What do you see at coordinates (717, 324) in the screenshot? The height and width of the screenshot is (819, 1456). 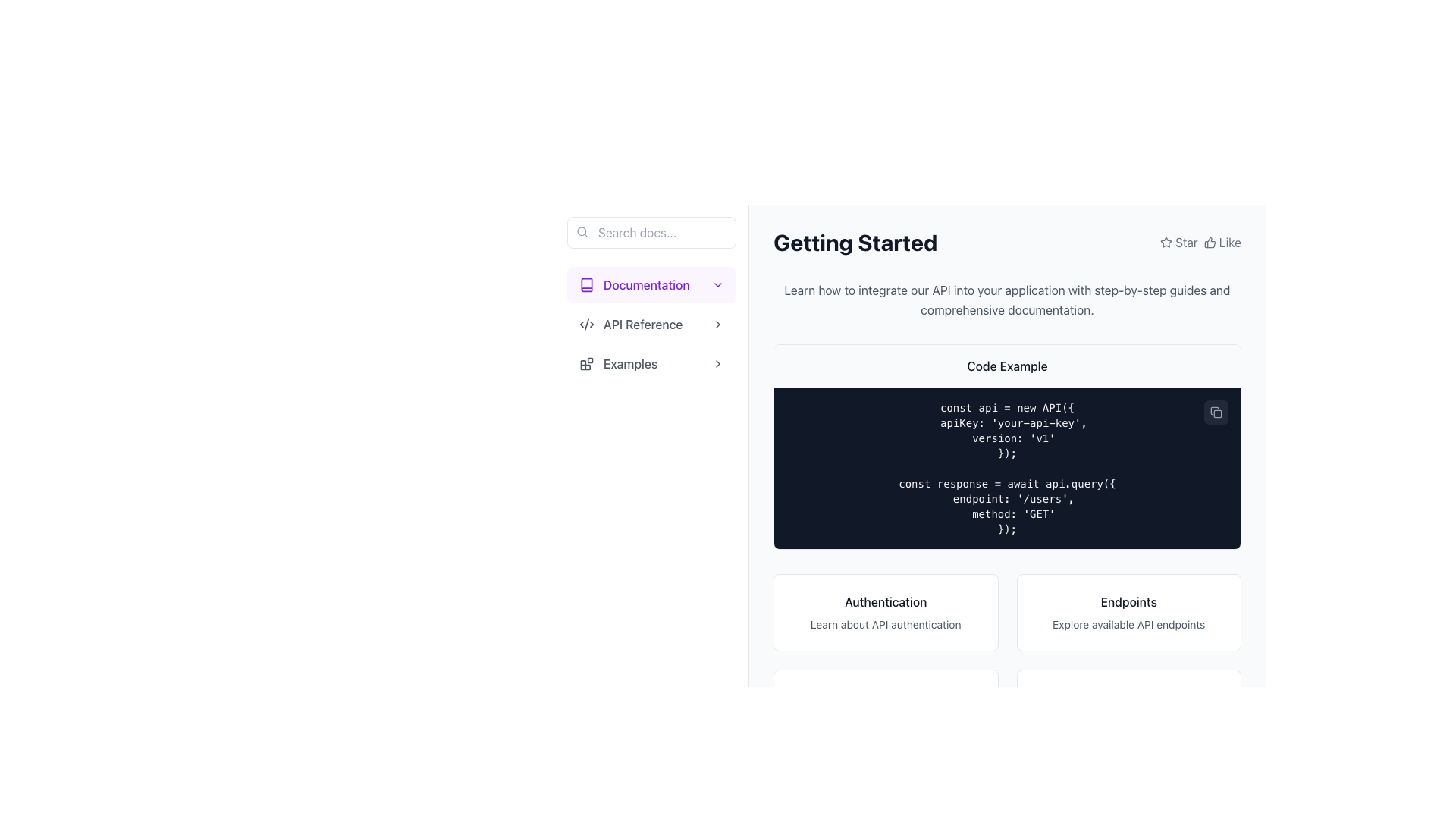 I see `the right-facing chevron icon located to the right of the 'API Reference' navigation item` at bounding box center [717, 324].